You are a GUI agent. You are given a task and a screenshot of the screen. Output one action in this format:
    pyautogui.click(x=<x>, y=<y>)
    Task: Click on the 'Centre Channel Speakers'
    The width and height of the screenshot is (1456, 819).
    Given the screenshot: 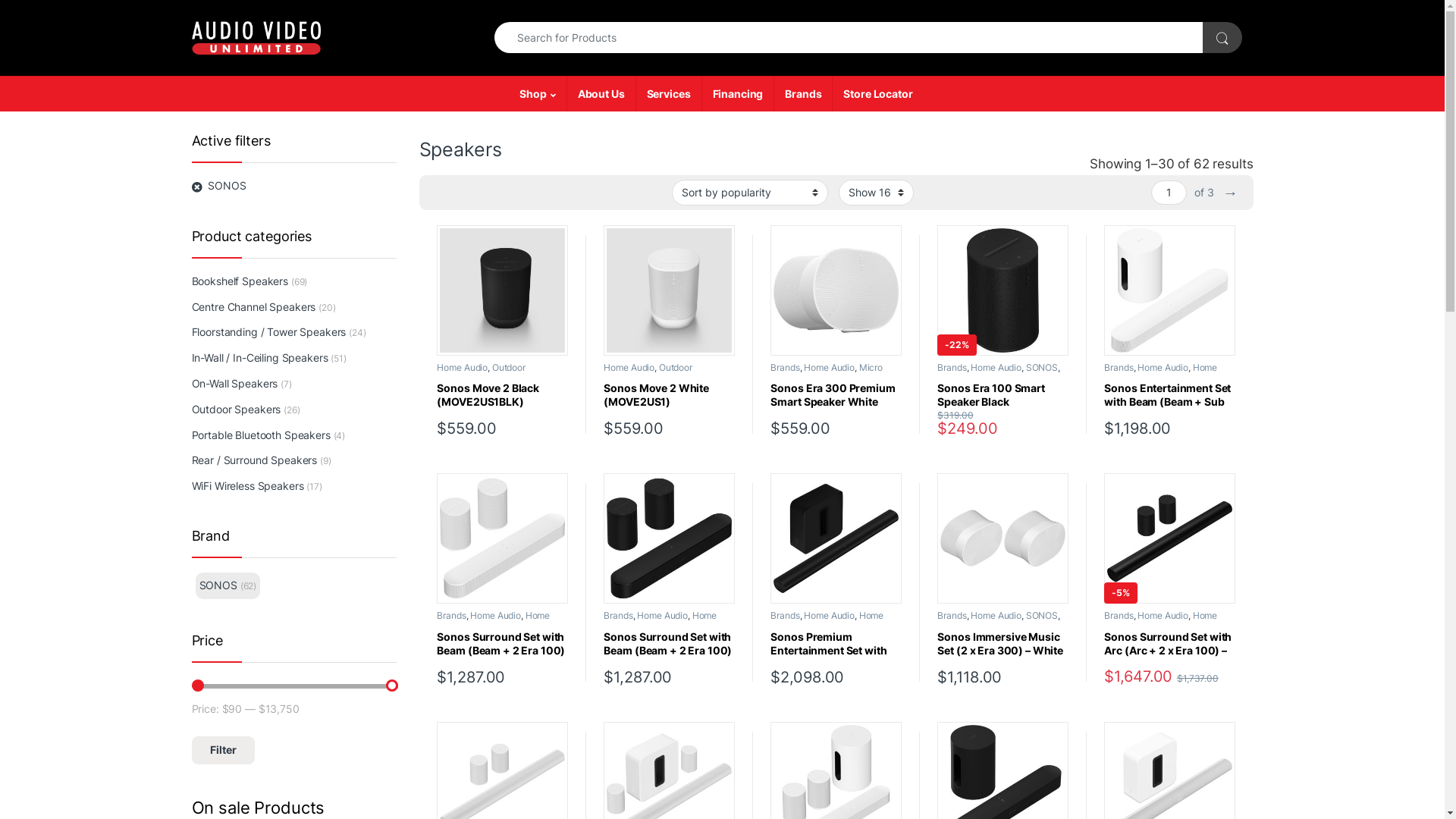 What is the action you would take?
    pyautogui.click(x=253, y=307)
    